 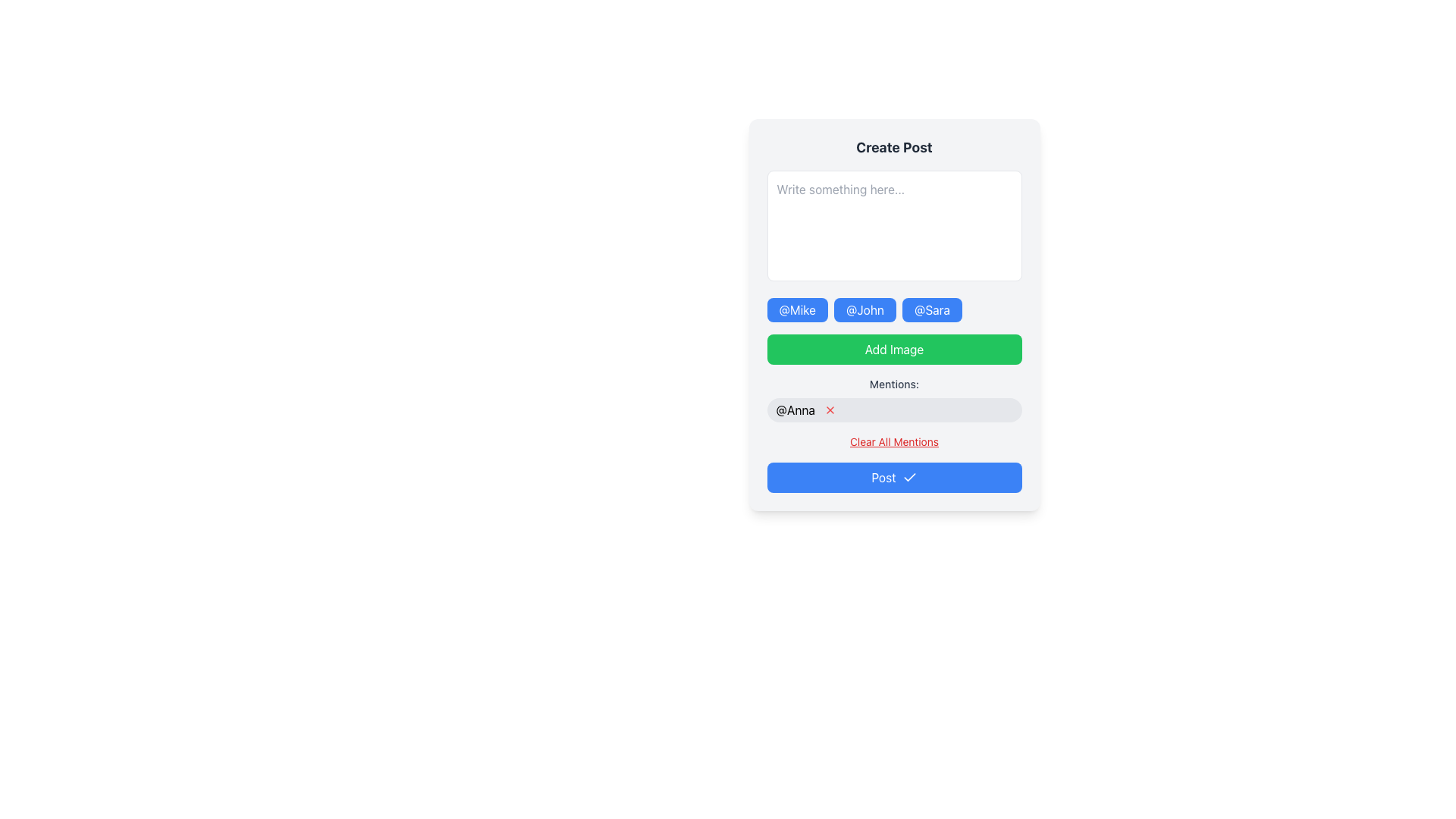 What do you see at coordinates (909, 476) in the screenshot?
I see `the checkmark icon that is white with rounded edges, enclosed in a blue background, located to the right of the 'Post' text within the 'Post' button at the bottom of the form` at bounding box center [909, 476].